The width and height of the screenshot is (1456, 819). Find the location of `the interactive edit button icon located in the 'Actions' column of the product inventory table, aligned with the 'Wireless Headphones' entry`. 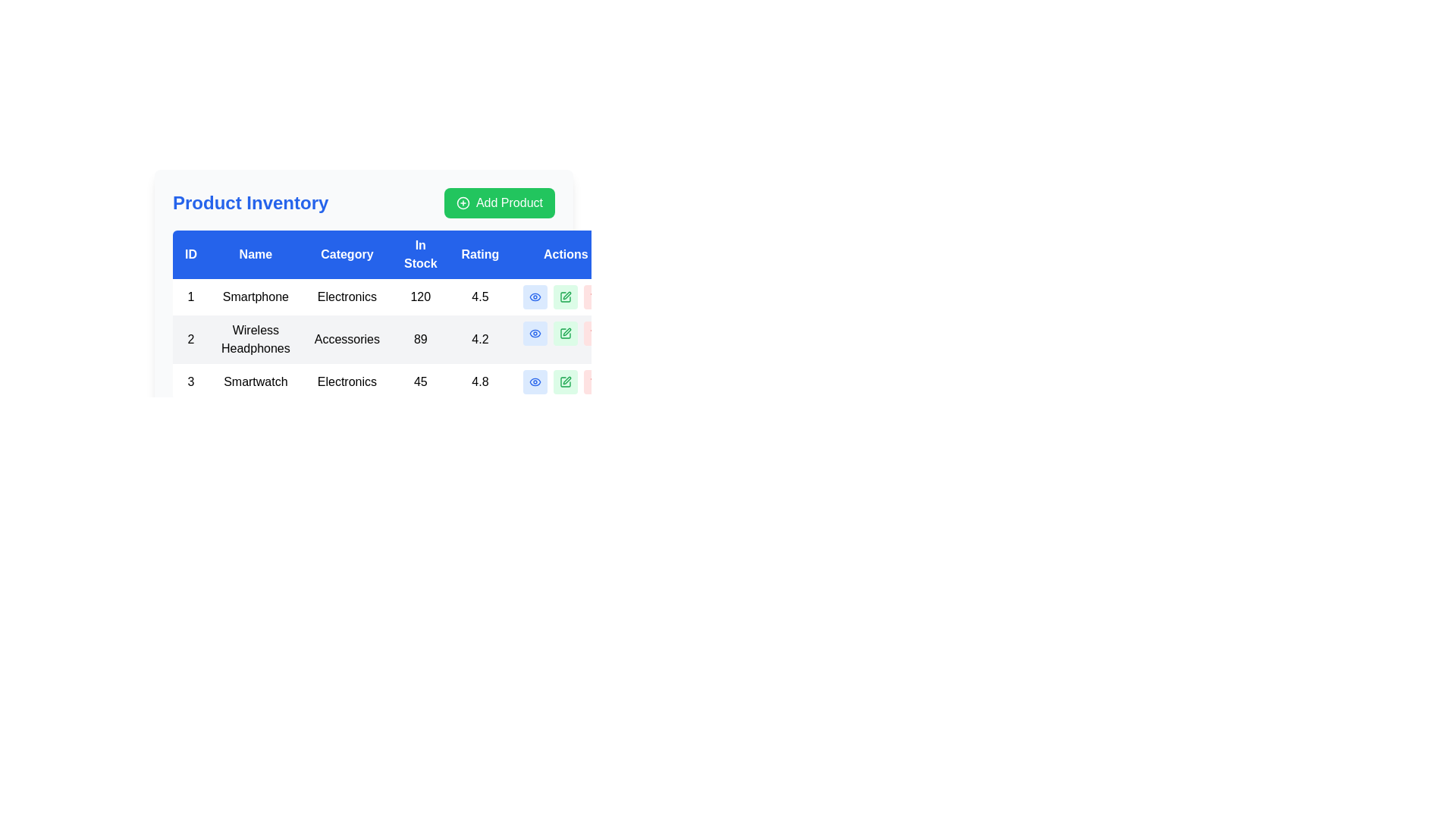

the interactive edit button icon located in the 'Actions' column of the product inventory table, aligned with the 'Wireless Headphones' entry is located at coordinates (566, 331).